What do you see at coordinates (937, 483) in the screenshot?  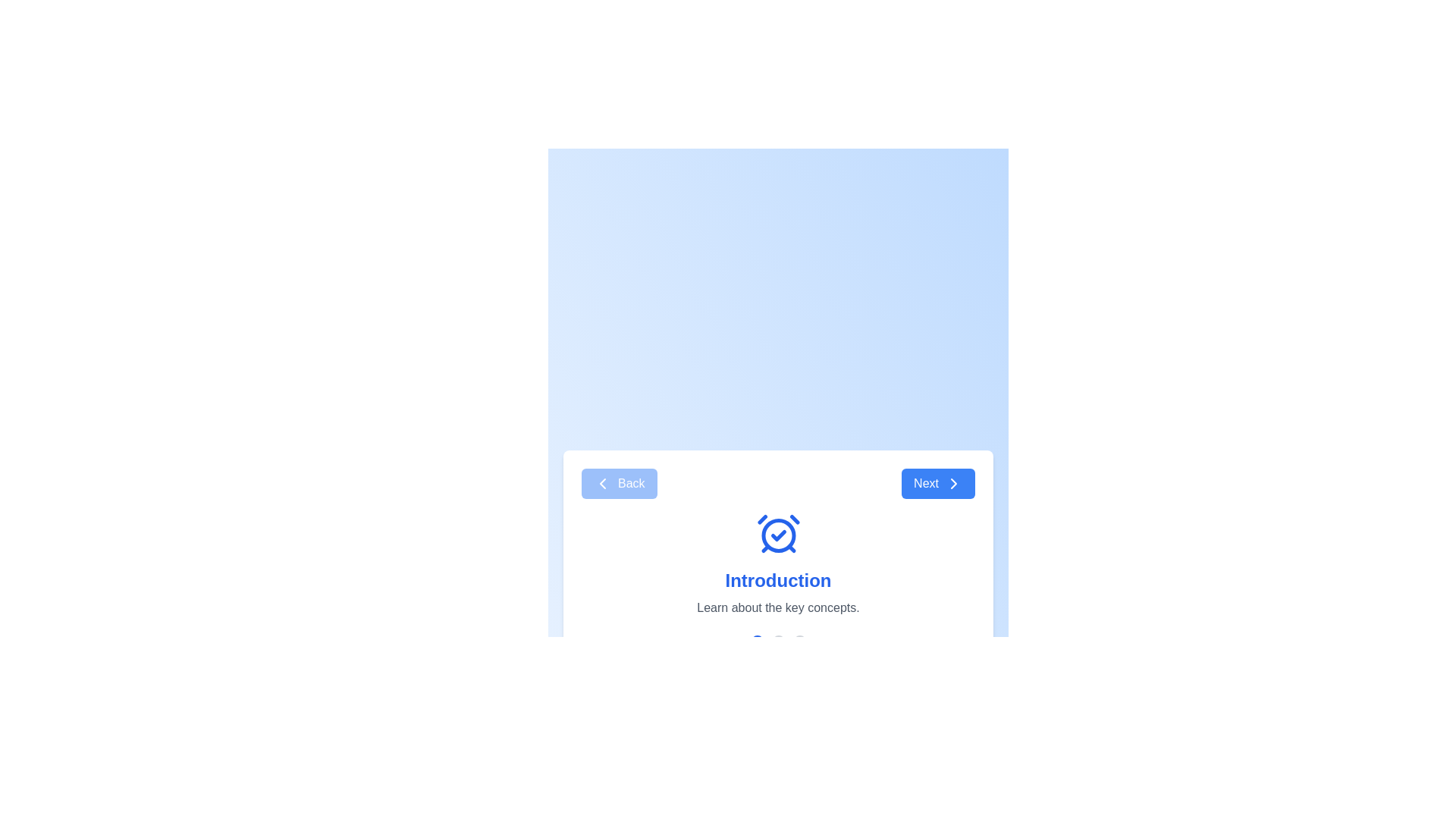 I see `the 'Next' button to navigate to the next step or finalize` at bounding box center [937, 483].